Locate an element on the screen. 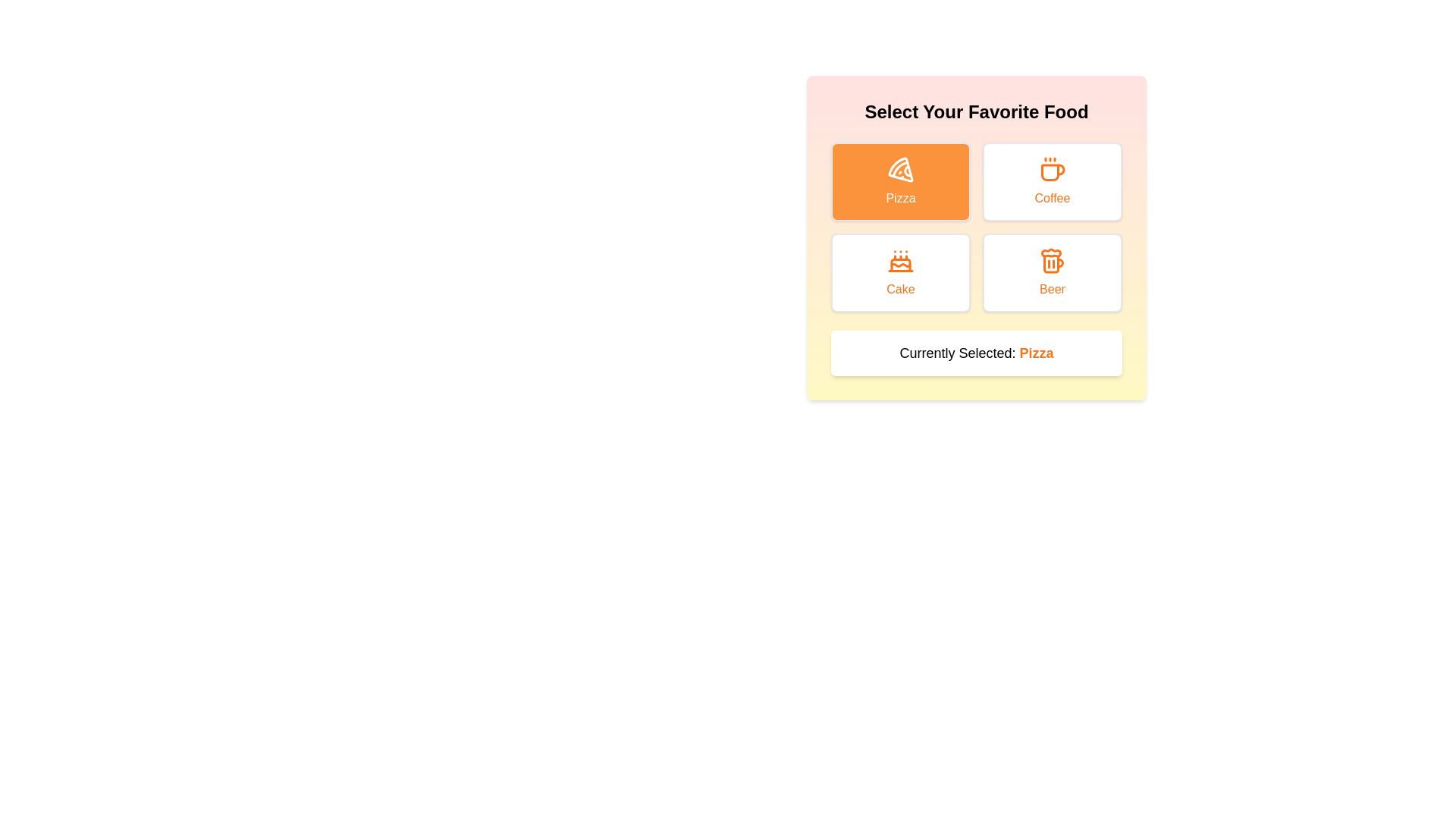 This screenshot has width=1456, height=819. the Cake button to observe the hover effect is located at coordinates (901, 271).